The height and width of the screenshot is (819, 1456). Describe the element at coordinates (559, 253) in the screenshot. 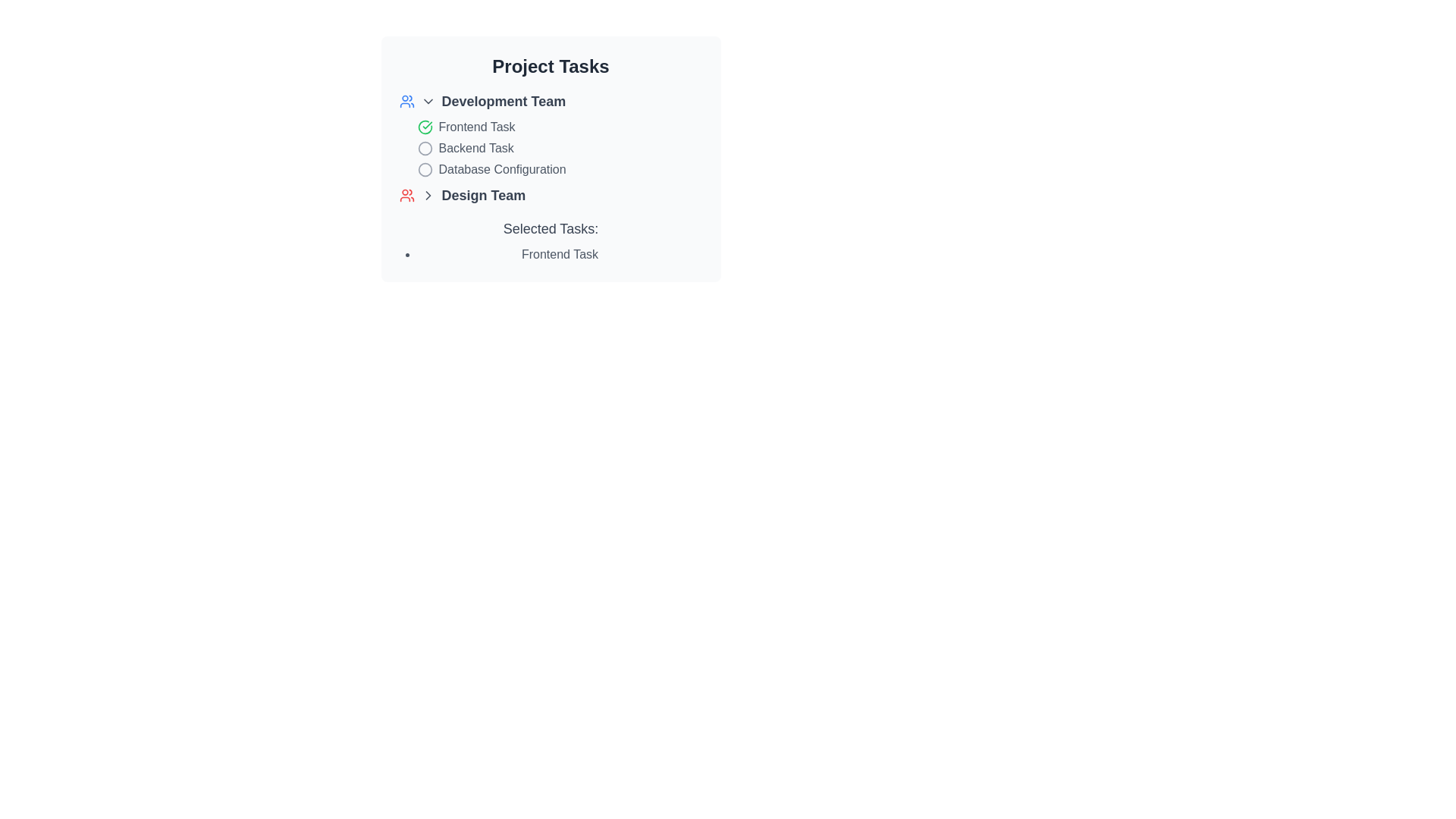

I see `the text label that says 'Frontend Task' in light gray color, located under the 'Selected Tasks:' section, below the 'Design Team' heading` at that location.